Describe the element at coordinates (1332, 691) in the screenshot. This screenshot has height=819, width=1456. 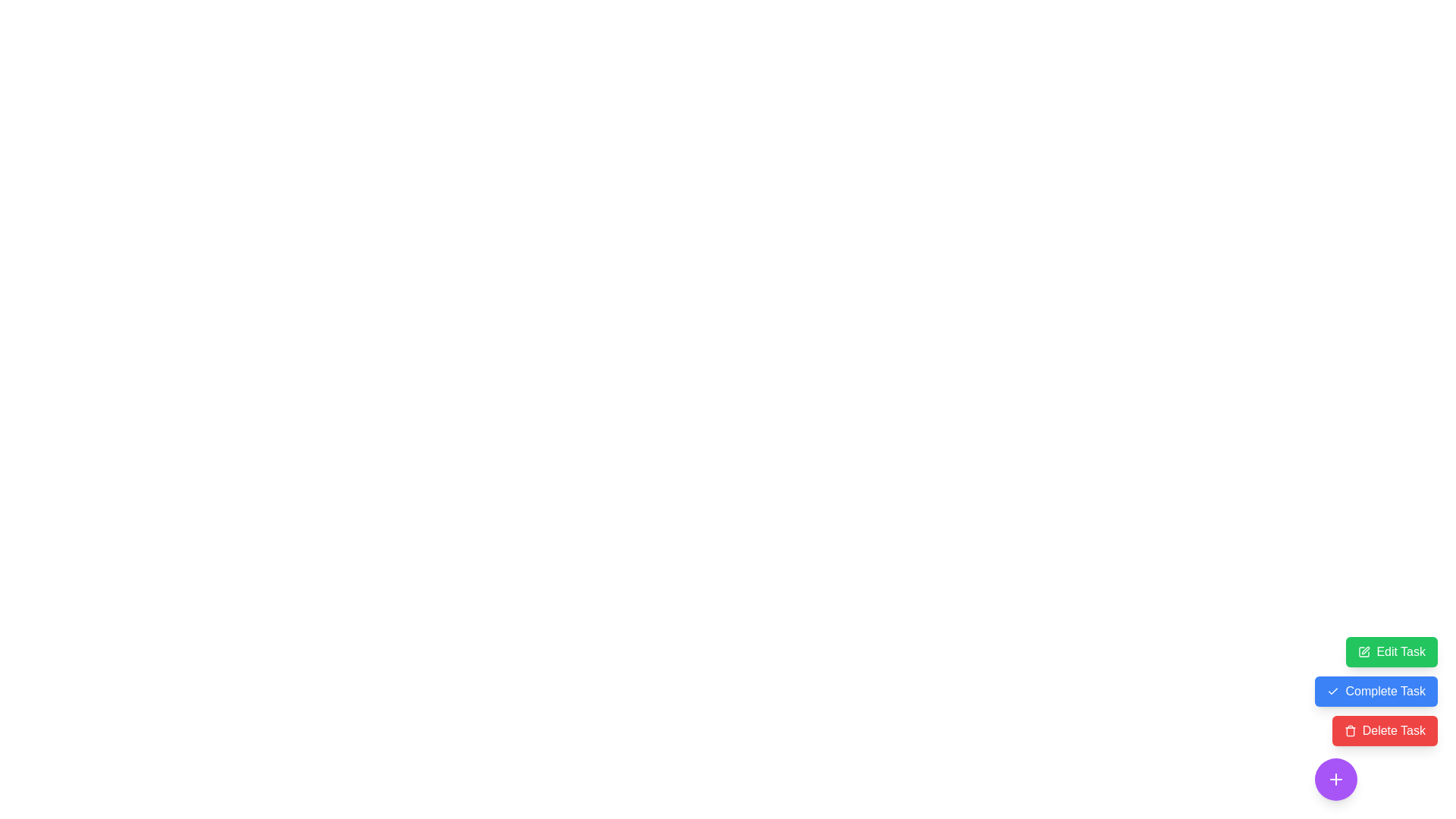
I see `the decorative icon within the 'Complete Task' button` at that location.